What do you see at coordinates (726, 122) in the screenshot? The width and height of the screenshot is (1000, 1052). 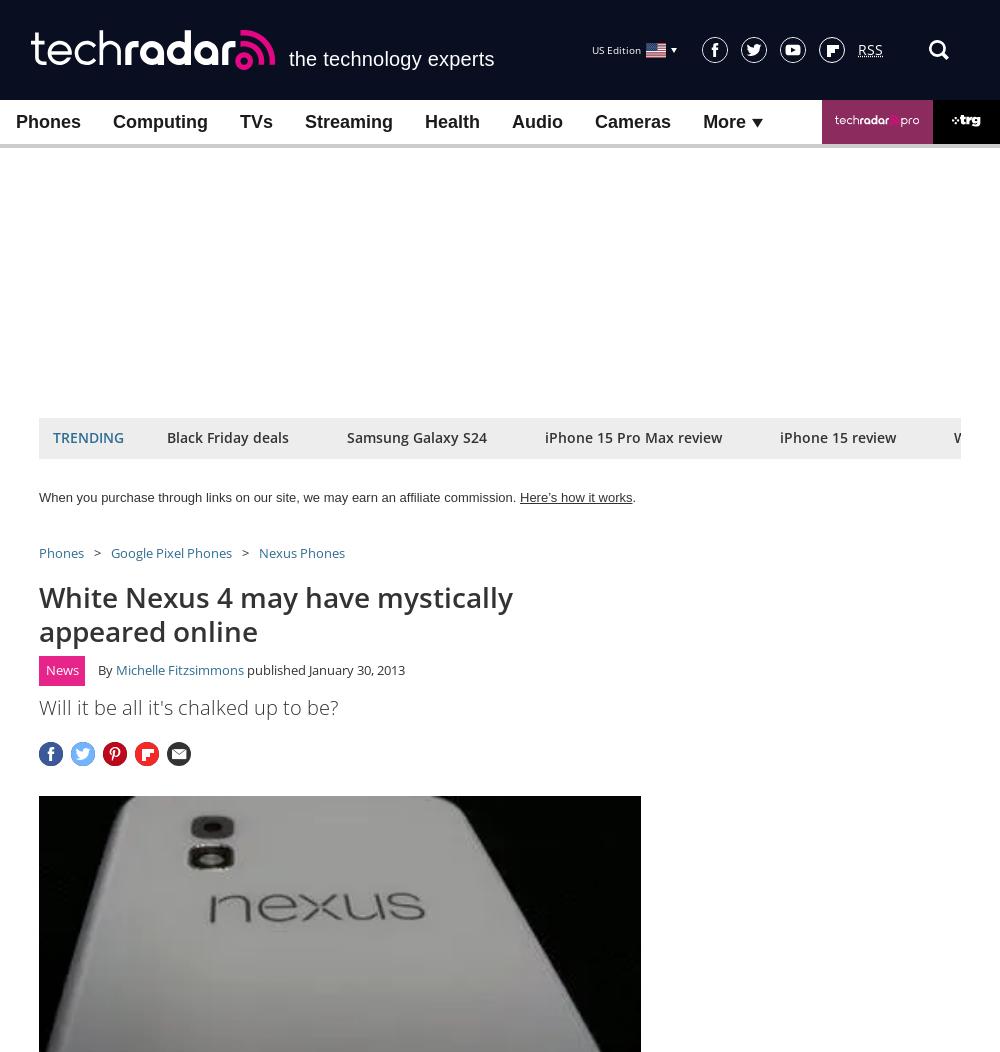 I see `'More'` at bounding box center [726, 122].